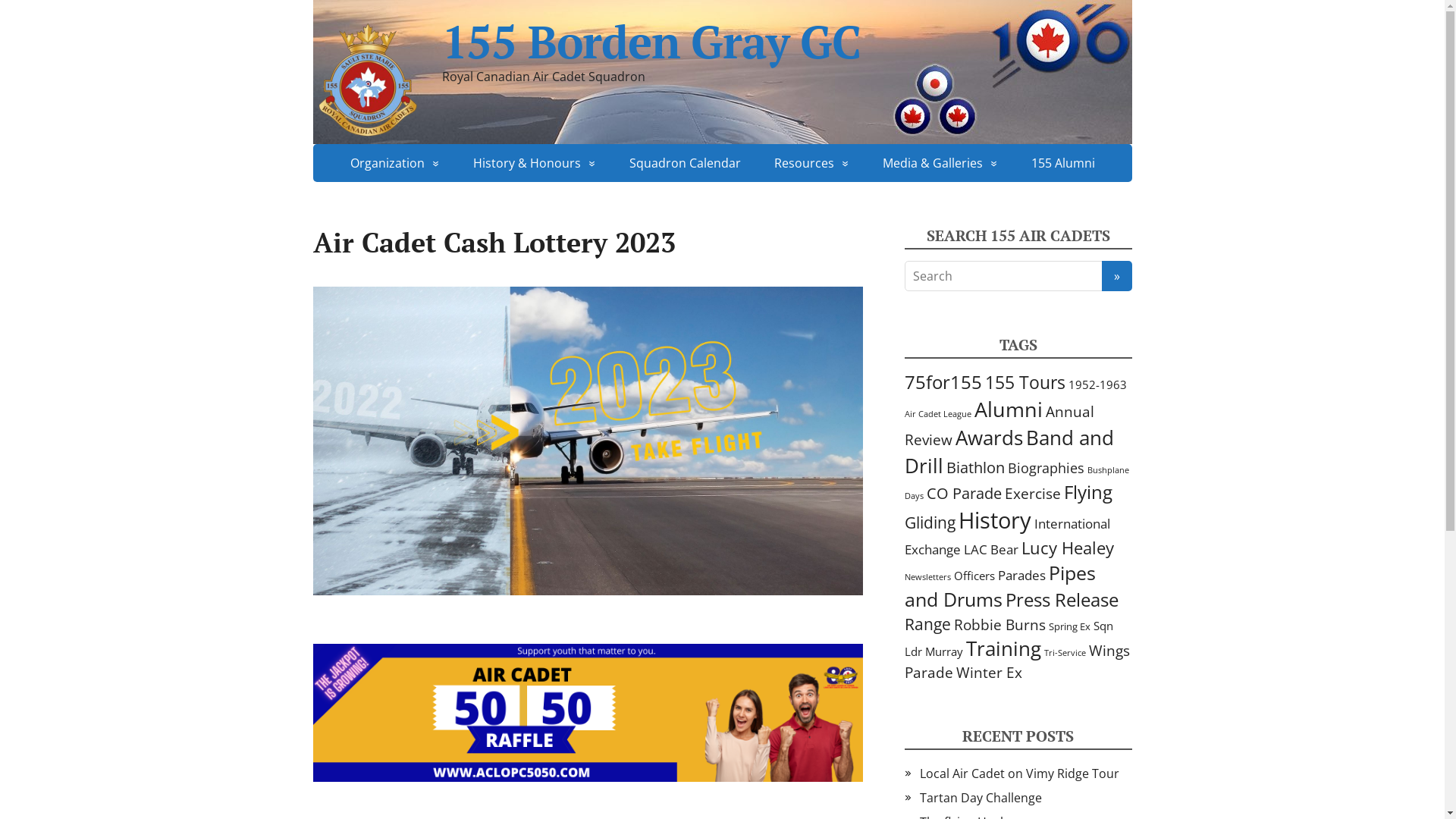 This screenshot has height=819, width=1456. Describe the element at coordinates (975, 466) in the screenshot. I see `'Biathlon'` at that location.